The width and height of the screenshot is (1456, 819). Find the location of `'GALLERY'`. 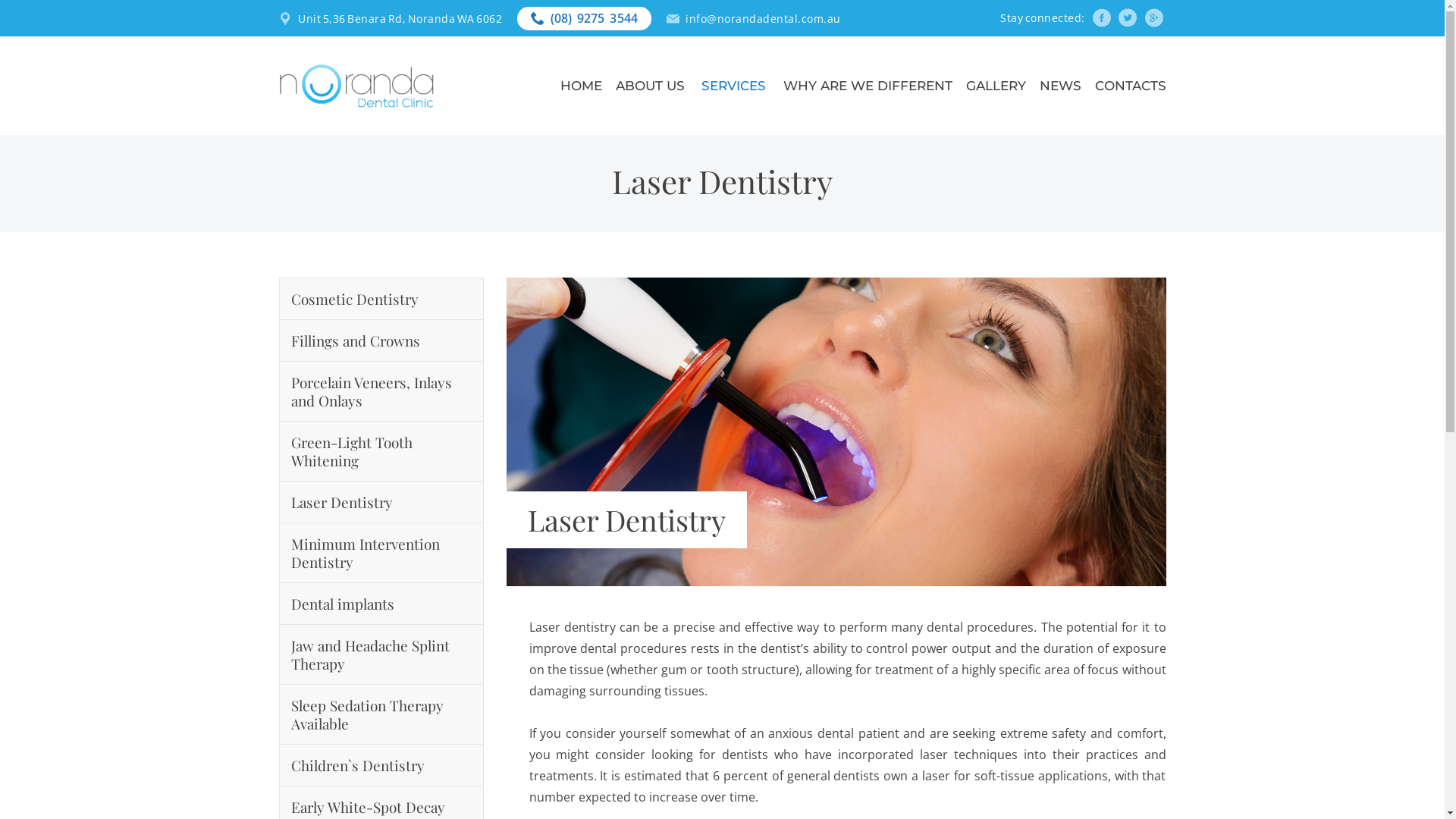

'GALLERY' is located at coordinates (996, 85).